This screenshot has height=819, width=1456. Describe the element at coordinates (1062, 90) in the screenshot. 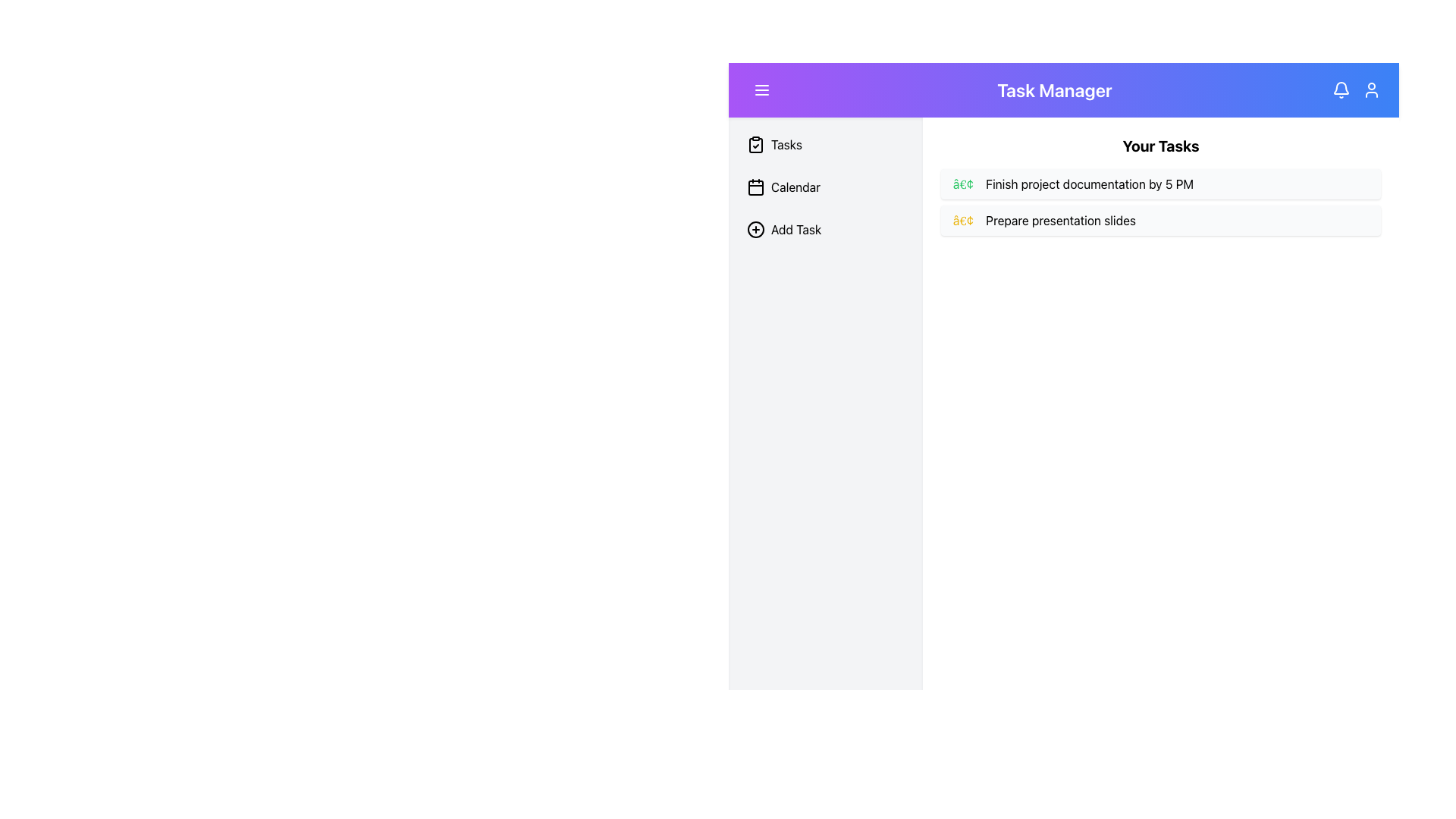

I see `the text in the header bar titled 'Task Manager' for application identification` at that location.